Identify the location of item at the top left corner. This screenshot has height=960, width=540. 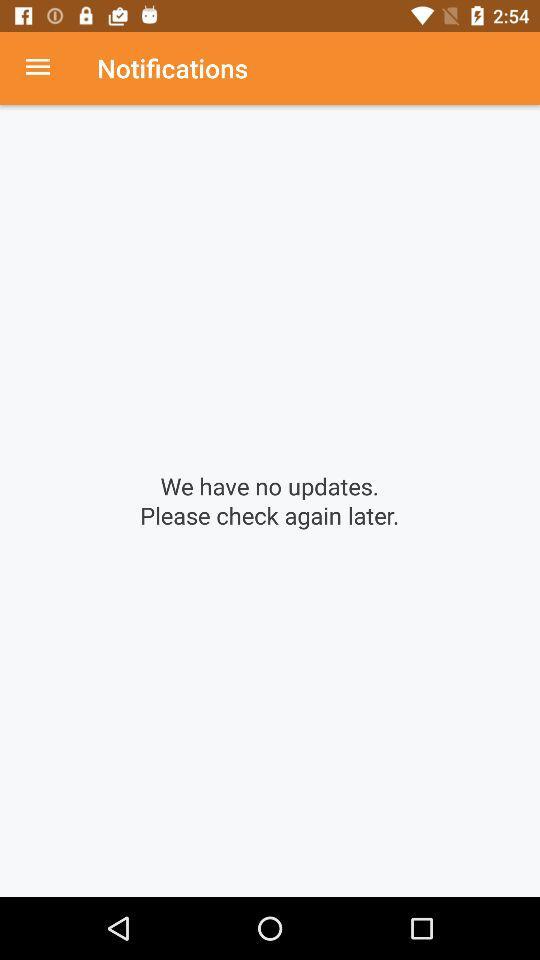
(48, 68).